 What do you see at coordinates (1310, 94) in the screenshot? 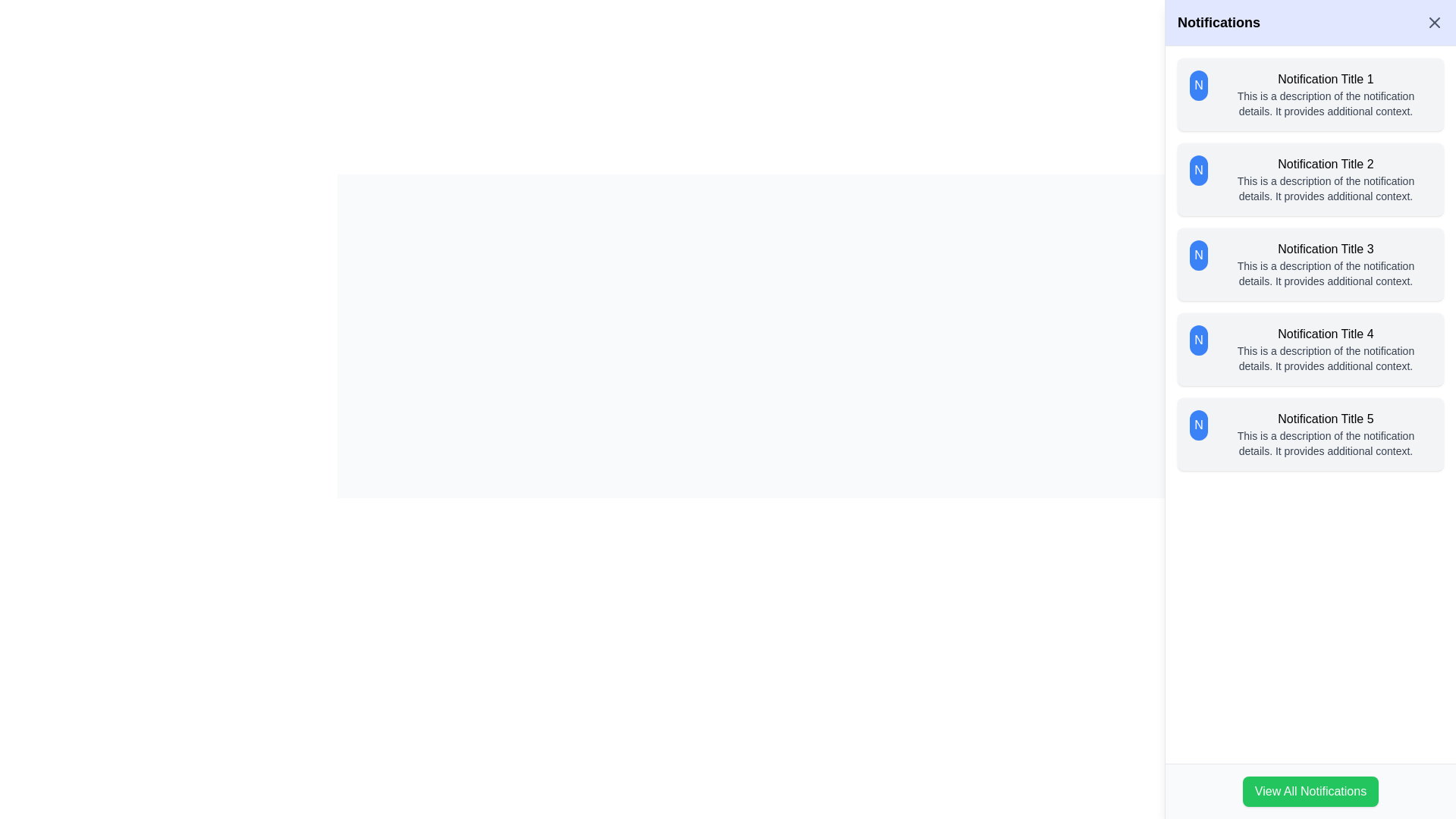
I see `the first notification card in the notification pane, which has a light gray background, rounded corners, and a circular blue icon with the letter 'N' in white, to focus or open it` at bounding box center [1310, 94].